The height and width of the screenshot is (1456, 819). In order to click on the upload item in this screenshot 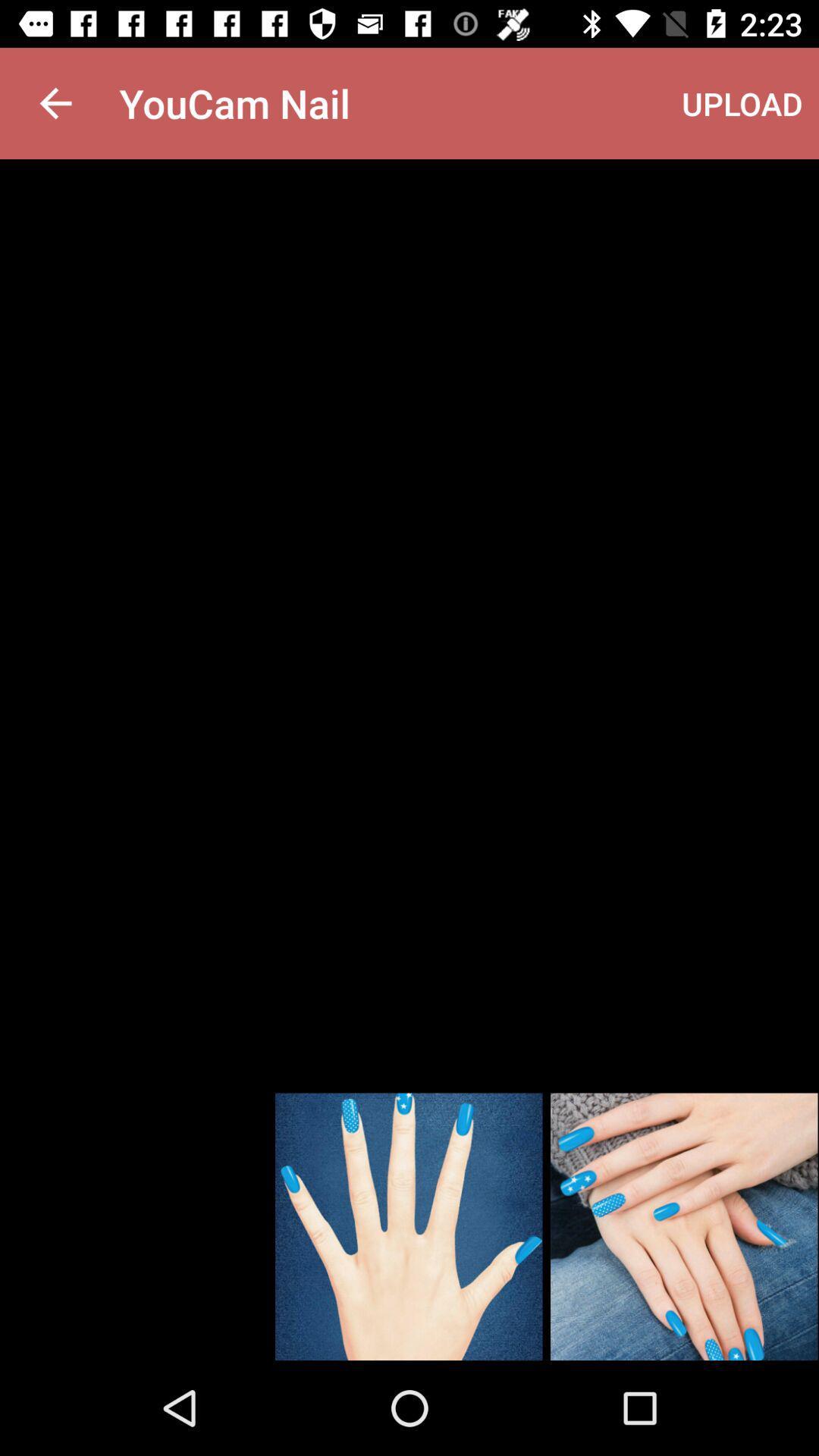, I will do `click(742, 102)`.